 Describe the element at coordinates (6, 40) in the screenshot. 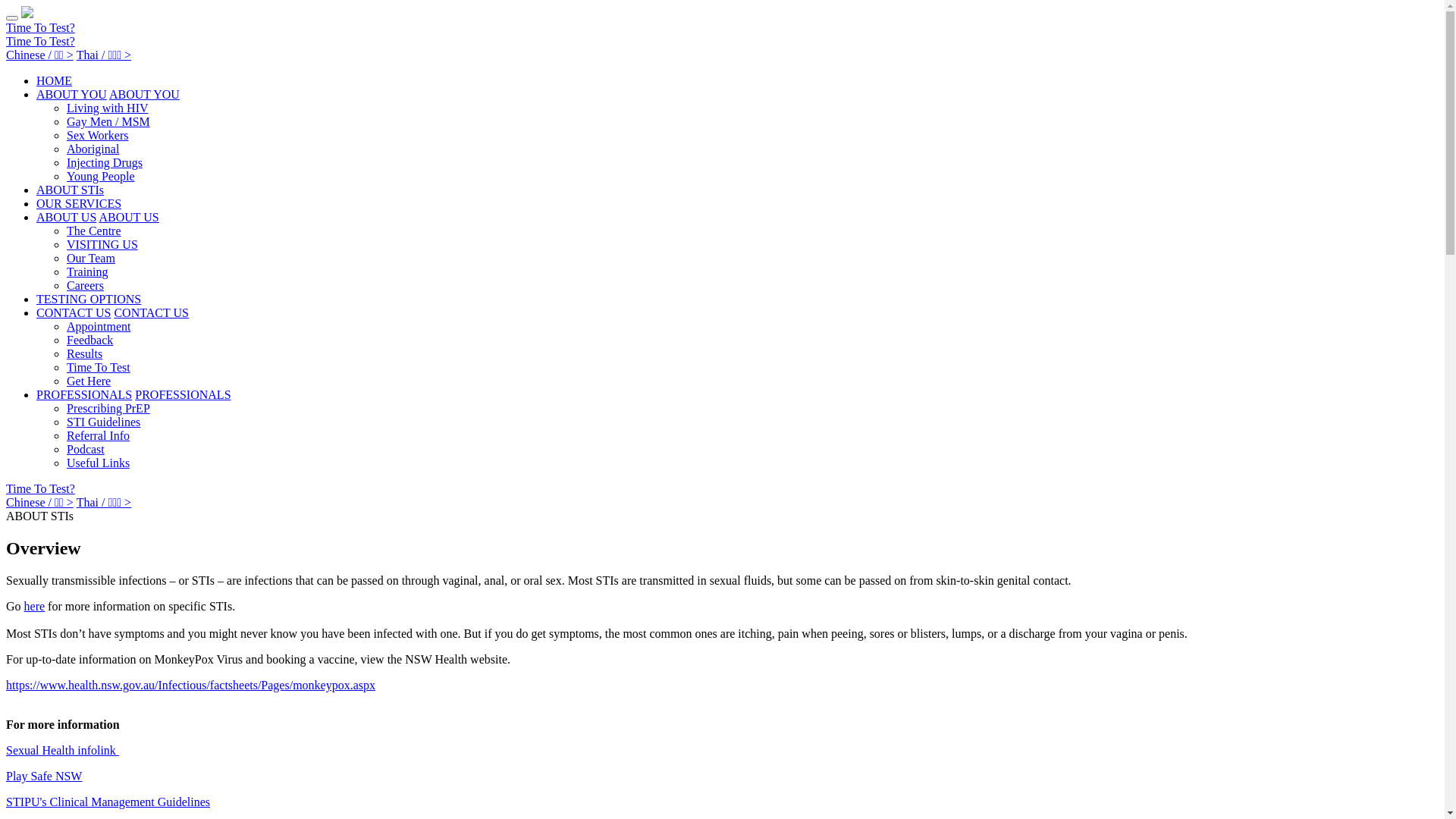

I see `'Time To Test?'` at that location.